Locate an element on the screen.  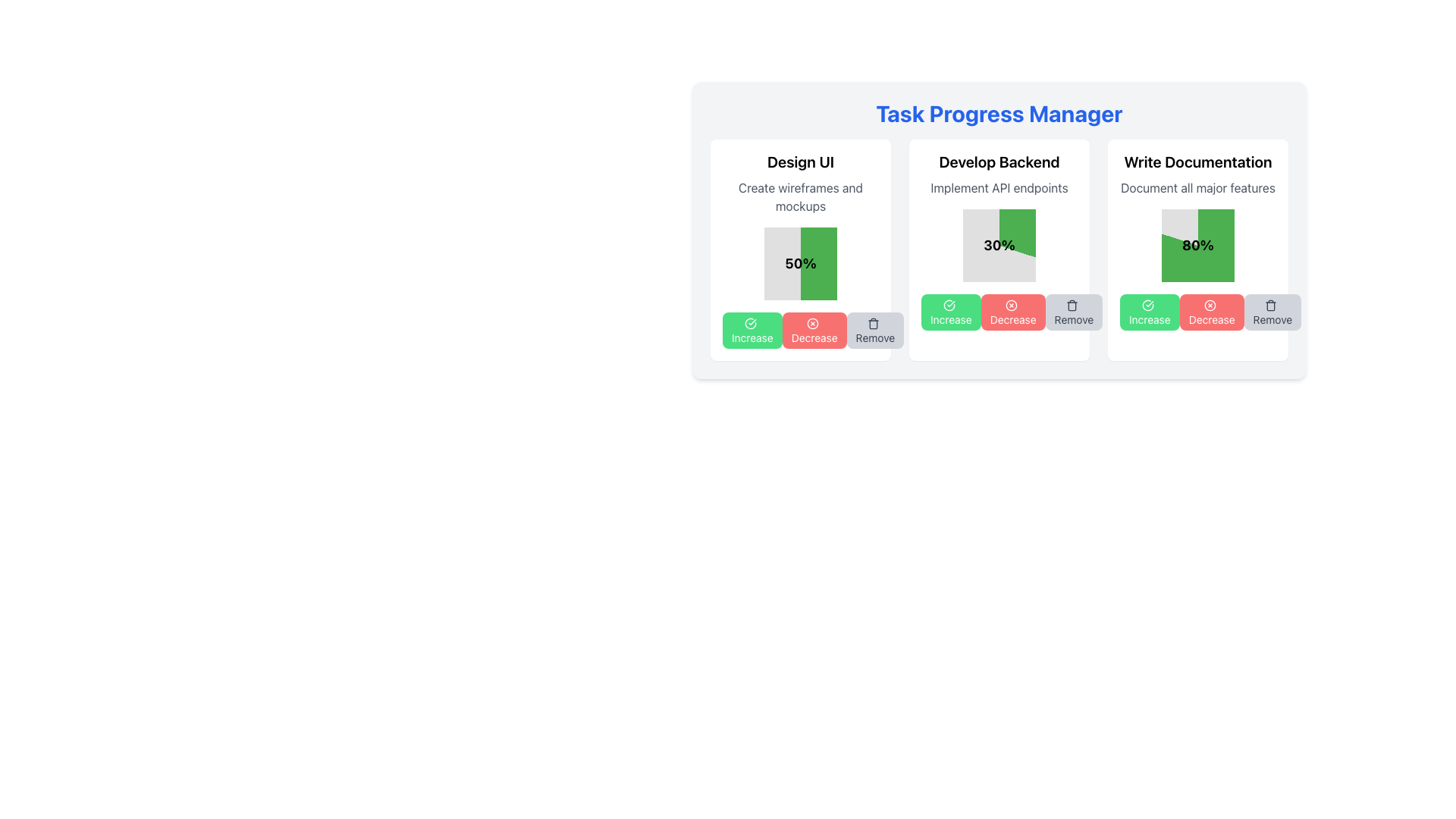
the trash can icon located within the 'Remove' button beneath the 'Design UI' section is located at coordinates (874, 323).